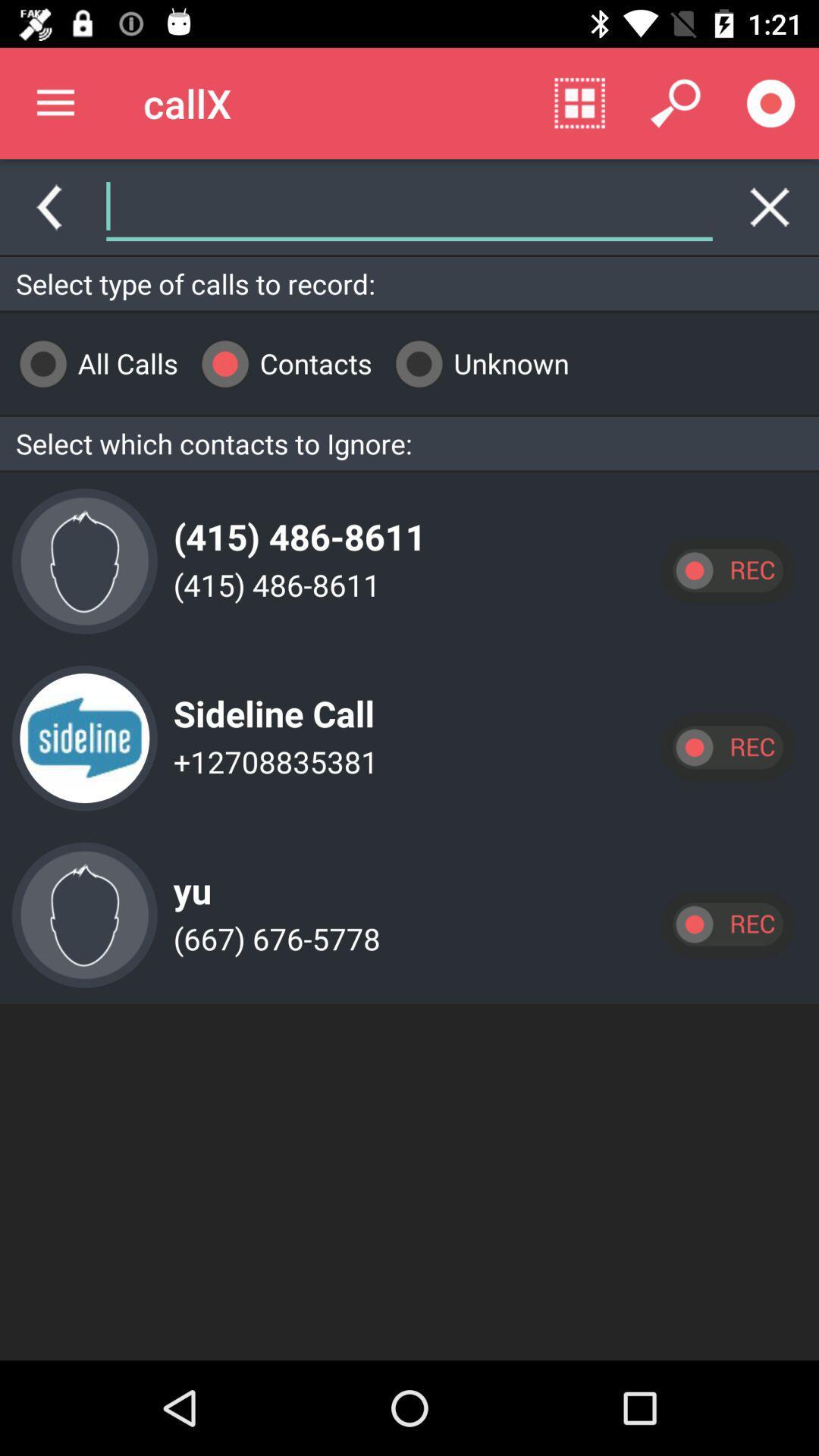 Image resolution: width=819 pixels, height=1456 pixels. I want to click on record call for 415 486-8611, so click(726, 570).